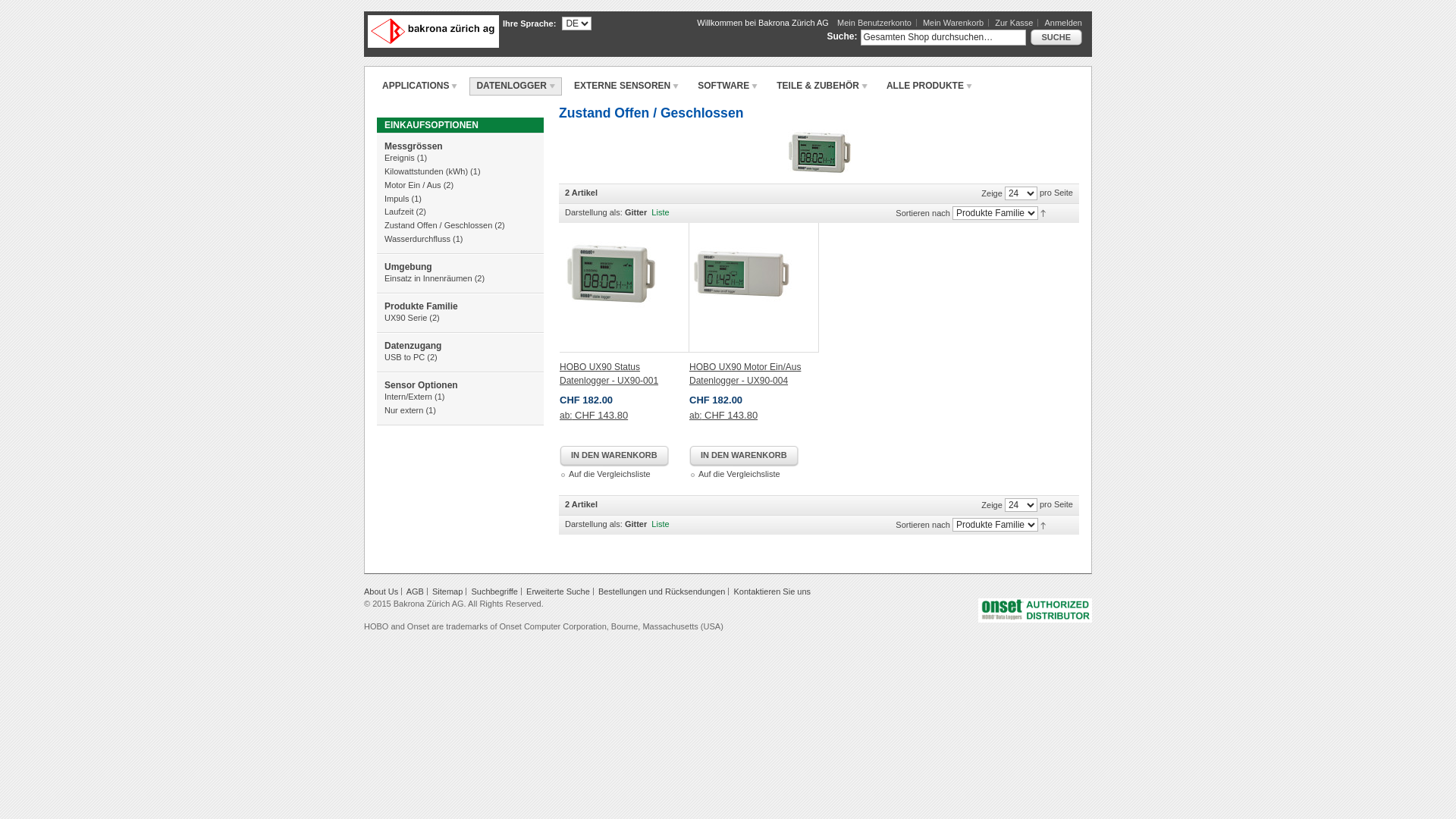 The width and height of the screenshot is (1456, 819). What do you see at coordinates (415, 590) in the screenshot?
I see `'AGB'` at bounding box center [415, 590].